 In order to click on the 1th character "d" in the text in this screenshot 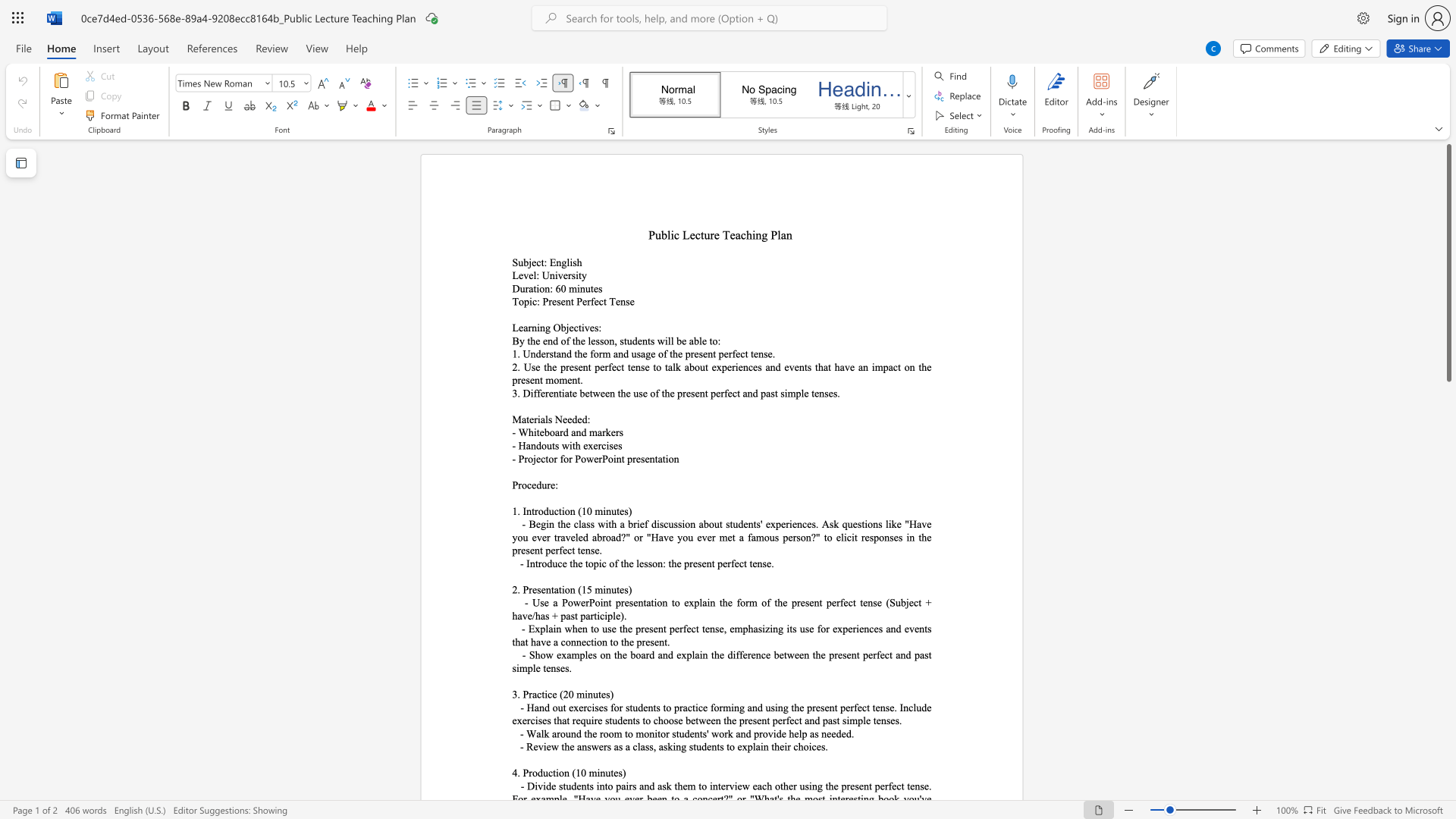, I will do `click(546, 708)`.